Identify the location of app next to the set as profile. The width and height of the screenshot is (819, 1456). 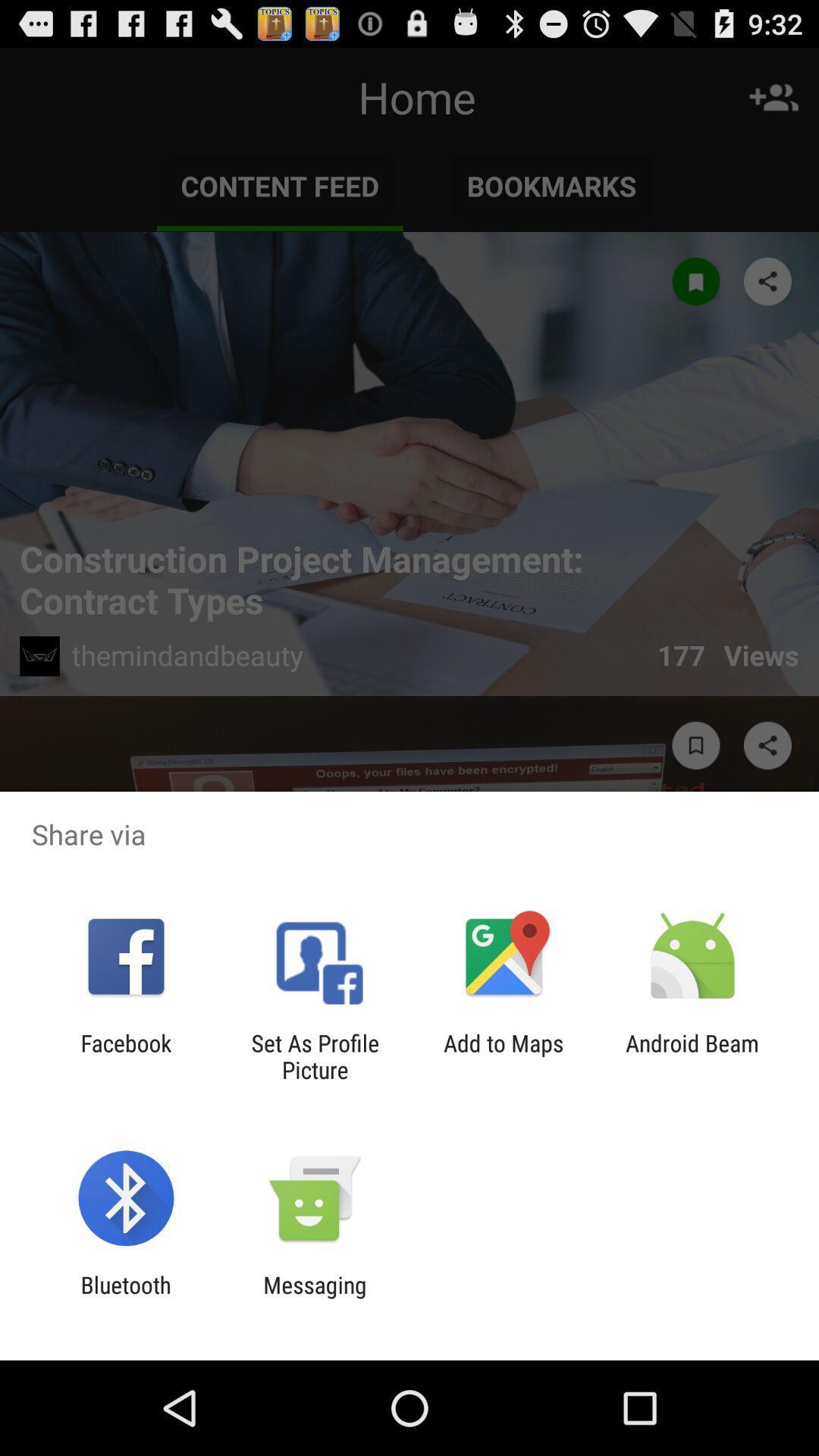
(504, 1056).